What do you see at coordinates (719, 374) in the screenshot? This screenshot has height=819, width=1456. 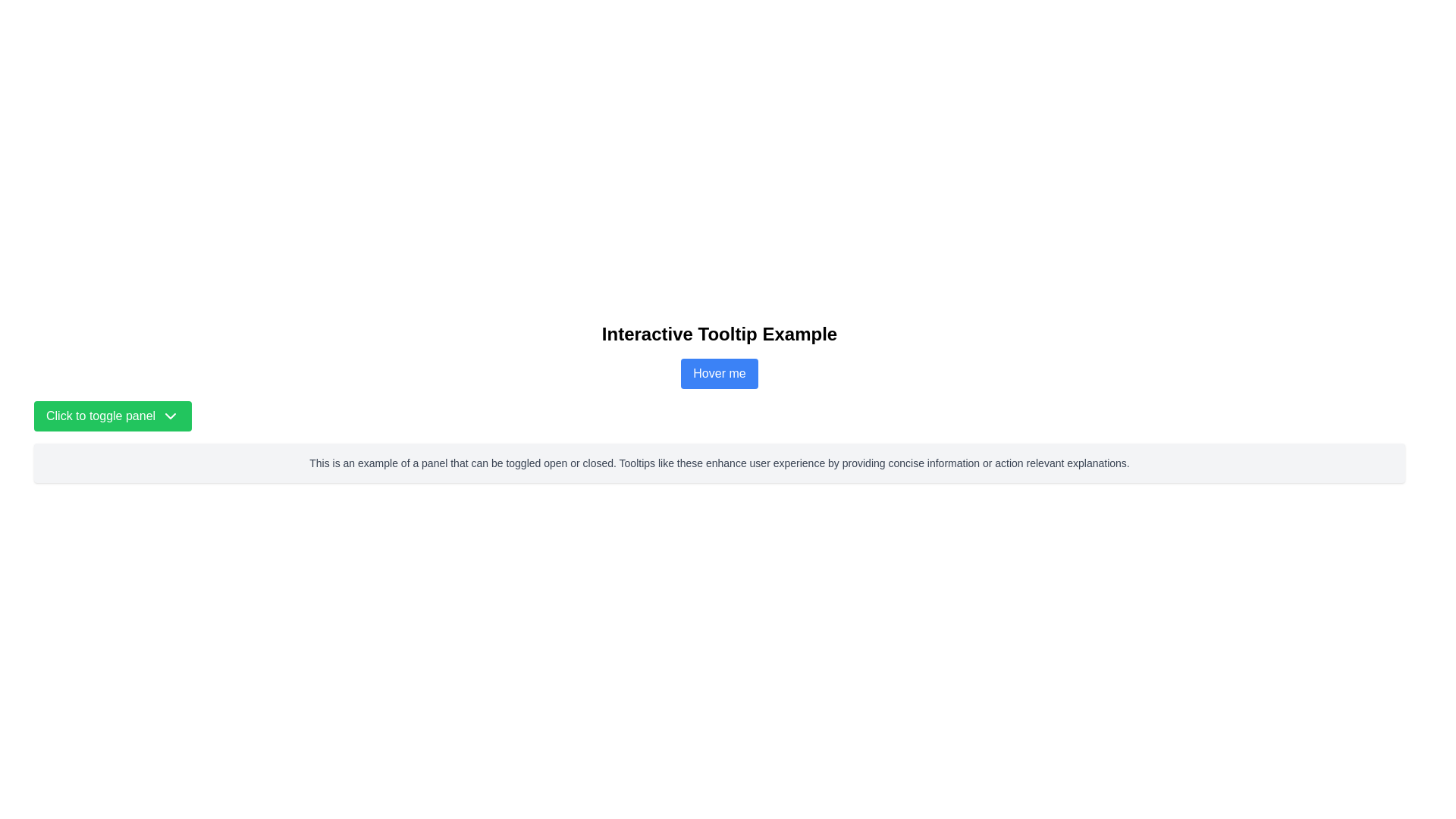 I see `the blue button labeled 'Hover me'` at bounding box center [719, 374].